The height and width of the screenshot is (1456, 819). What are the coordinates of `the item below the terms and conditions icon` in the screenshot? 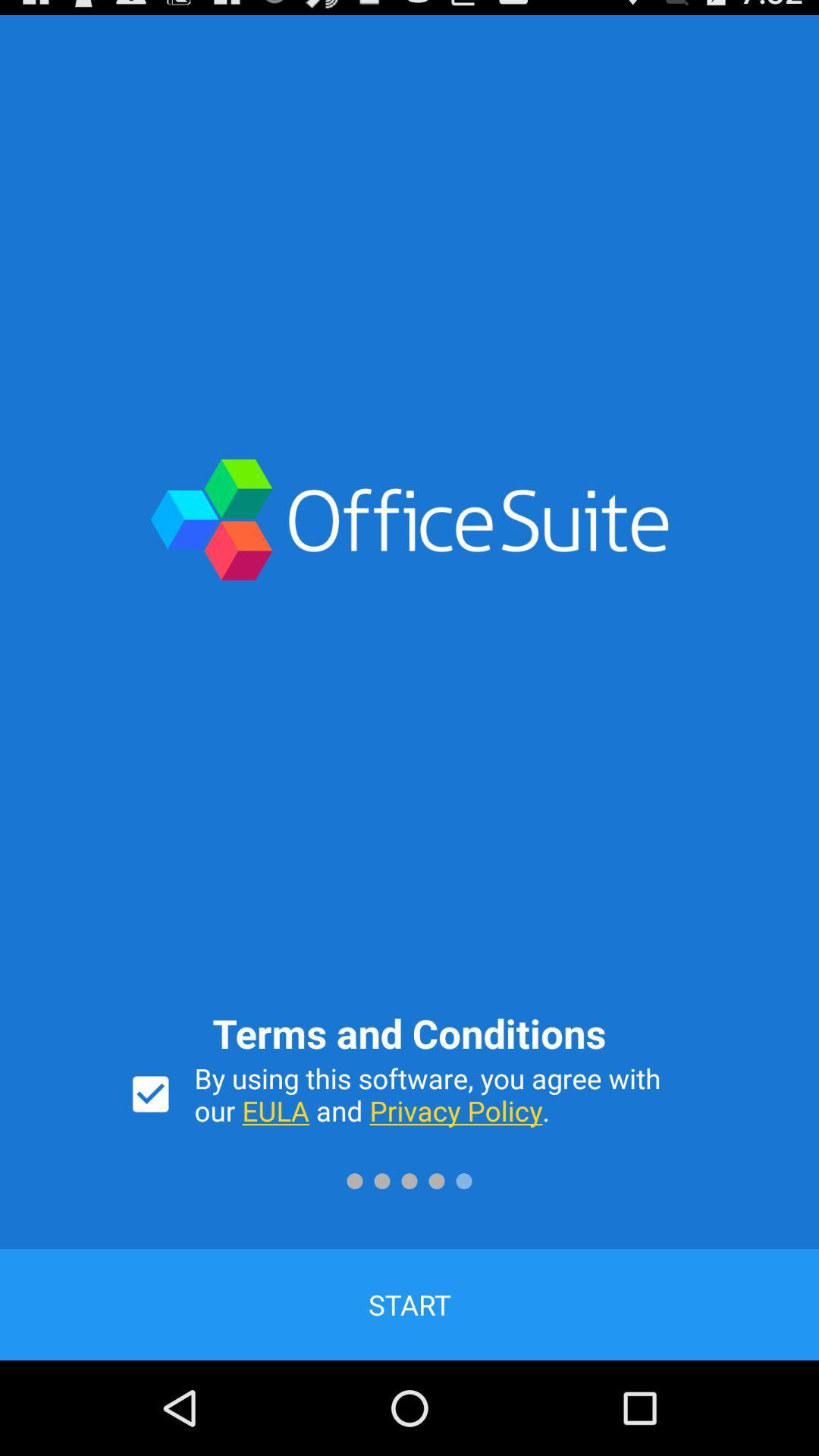 It's located at (443, 1094).